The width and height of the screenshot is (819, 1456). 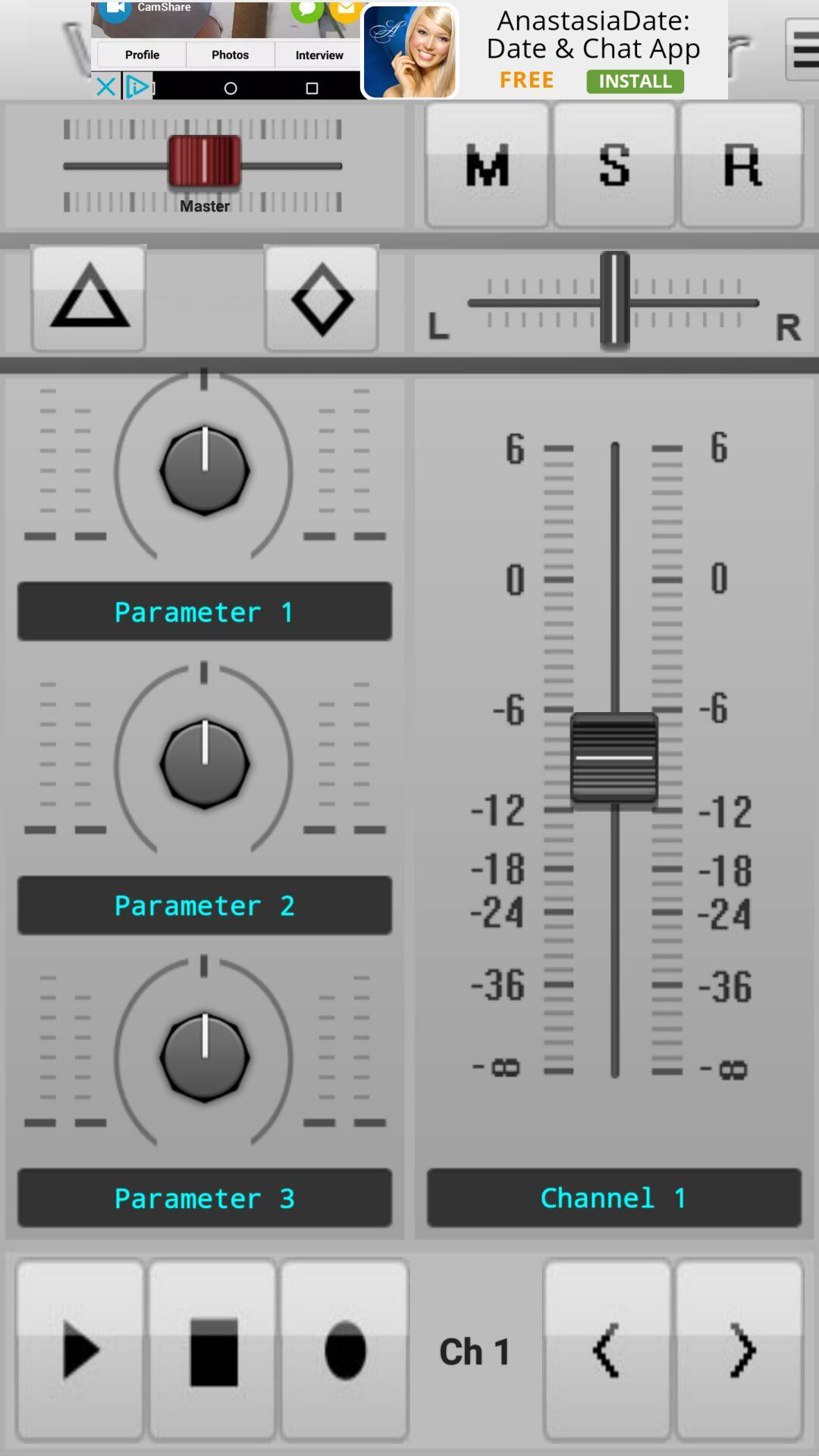 What do you see at coordinates (409, 49) in the screenshot?
I see `open advertisement` at bounding box center [409, 49].